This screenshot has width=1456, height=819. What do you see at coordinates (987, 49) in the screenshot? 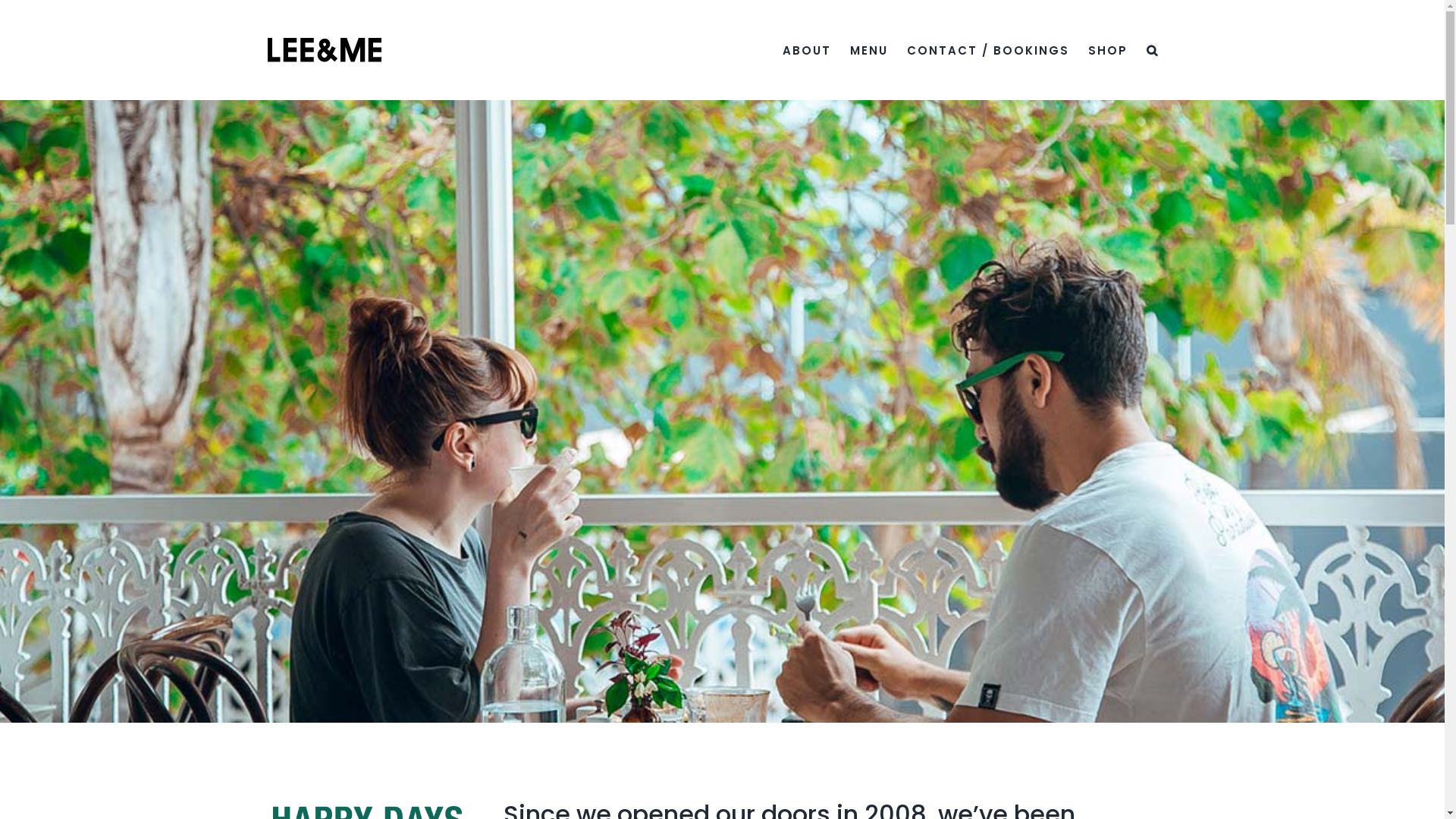
I see `'CONTACT / BOOKINGS'` at bounding box center [987, 49].